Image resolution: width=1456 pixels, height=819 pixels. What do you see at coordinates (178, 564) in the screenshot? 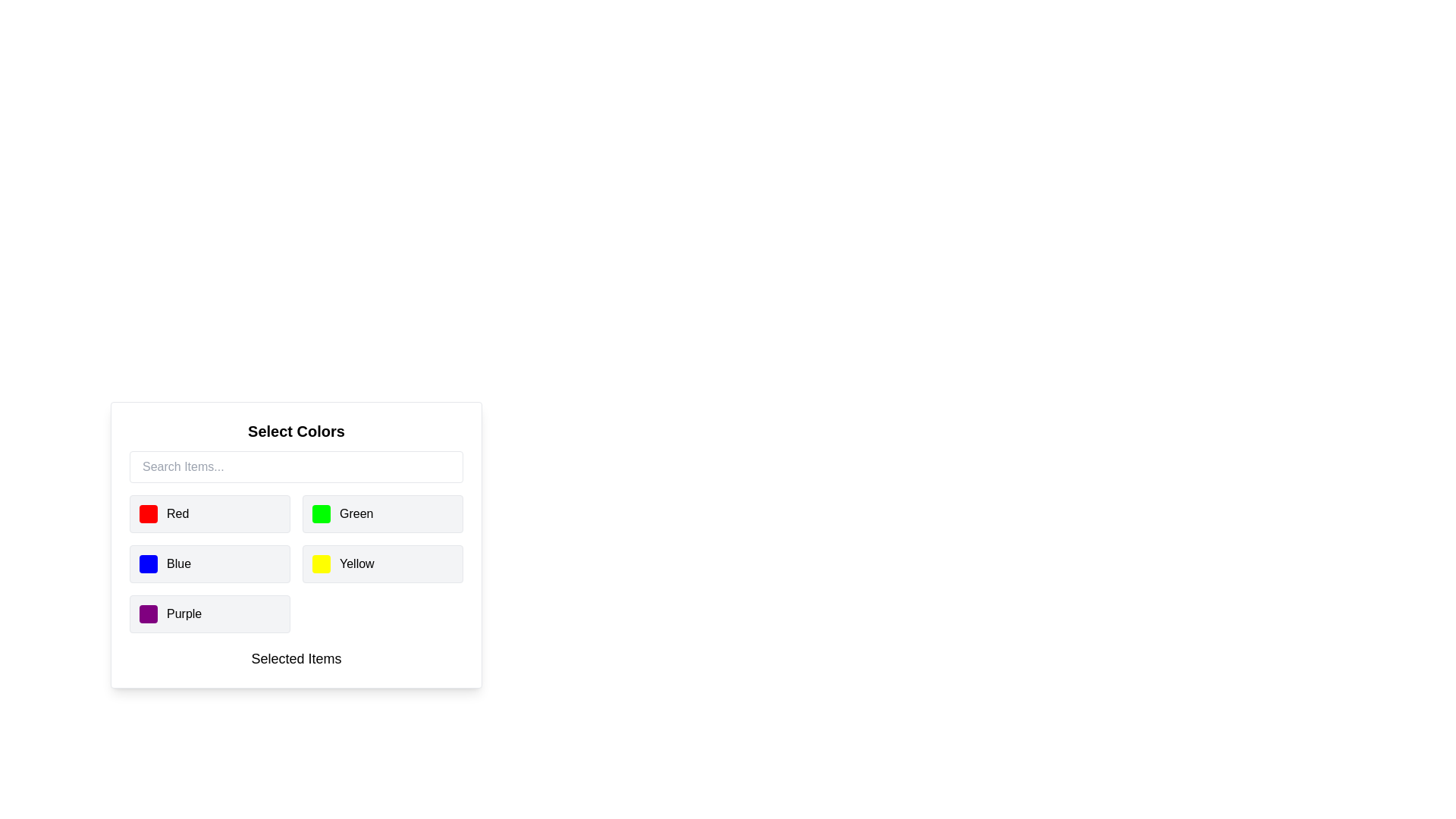
I see `text label that provides the name of the color represented by the adjacent blue square icon, located in the second row of the color selection grid` at bounding box center [178, 564].